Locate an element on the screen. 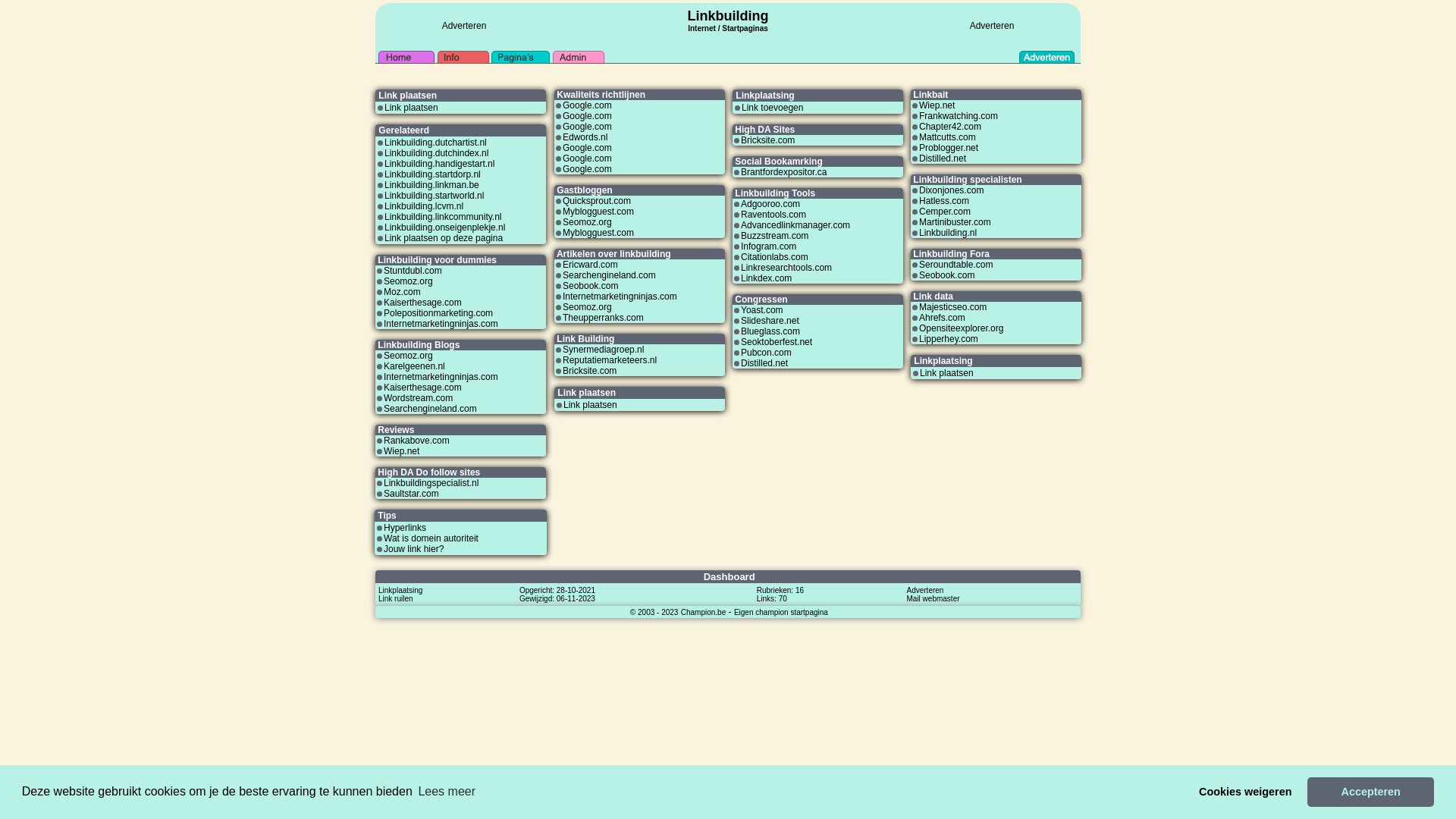 Image resolution: width=1456 pixels, height=819 pixels. 'Myblogguest.com' is located at coordinates (562, 233).